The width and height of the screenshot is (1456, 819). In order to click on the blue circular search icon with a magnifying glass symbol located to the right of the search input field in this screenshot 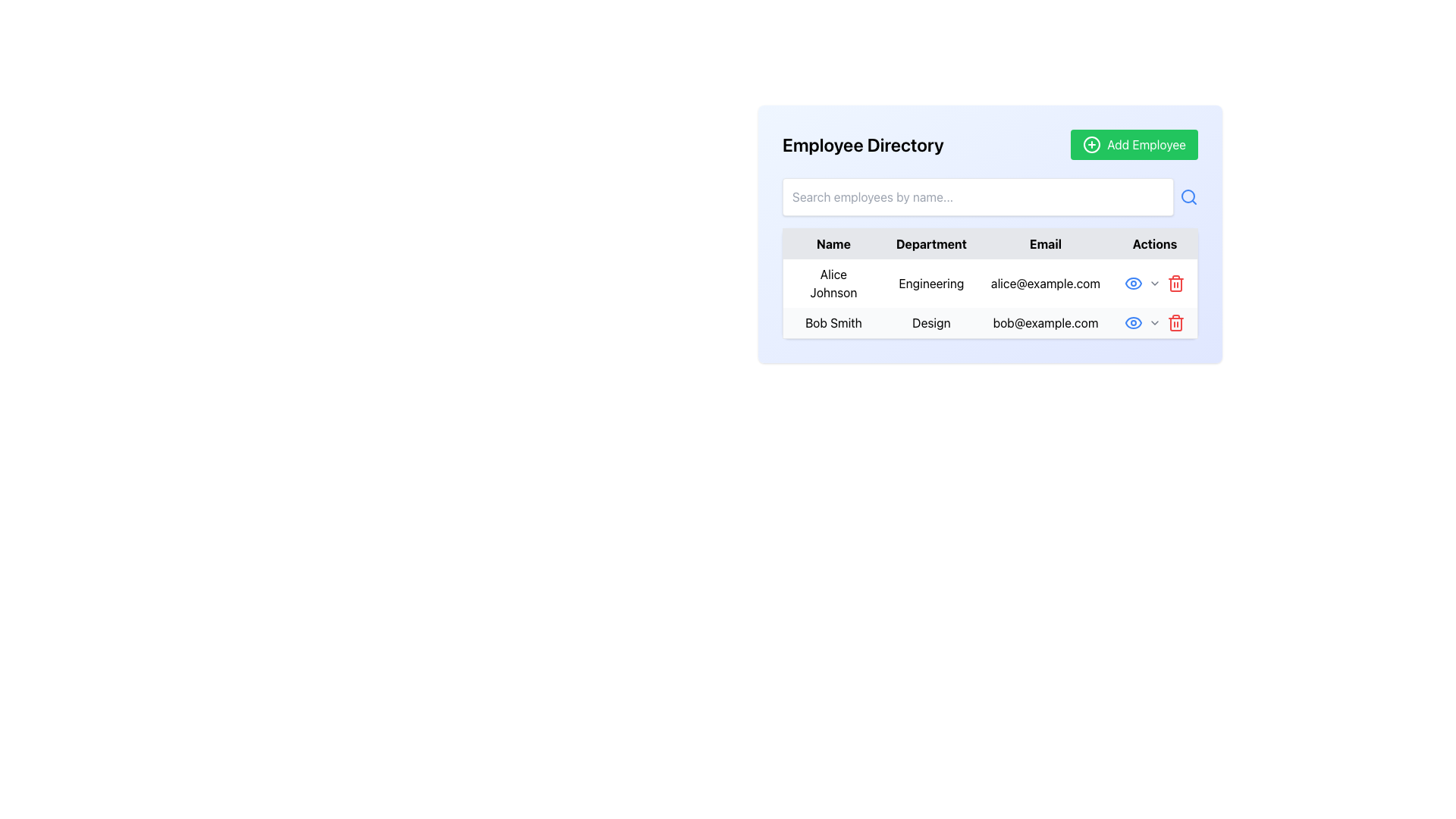, I will do `click(1188, 196)`.